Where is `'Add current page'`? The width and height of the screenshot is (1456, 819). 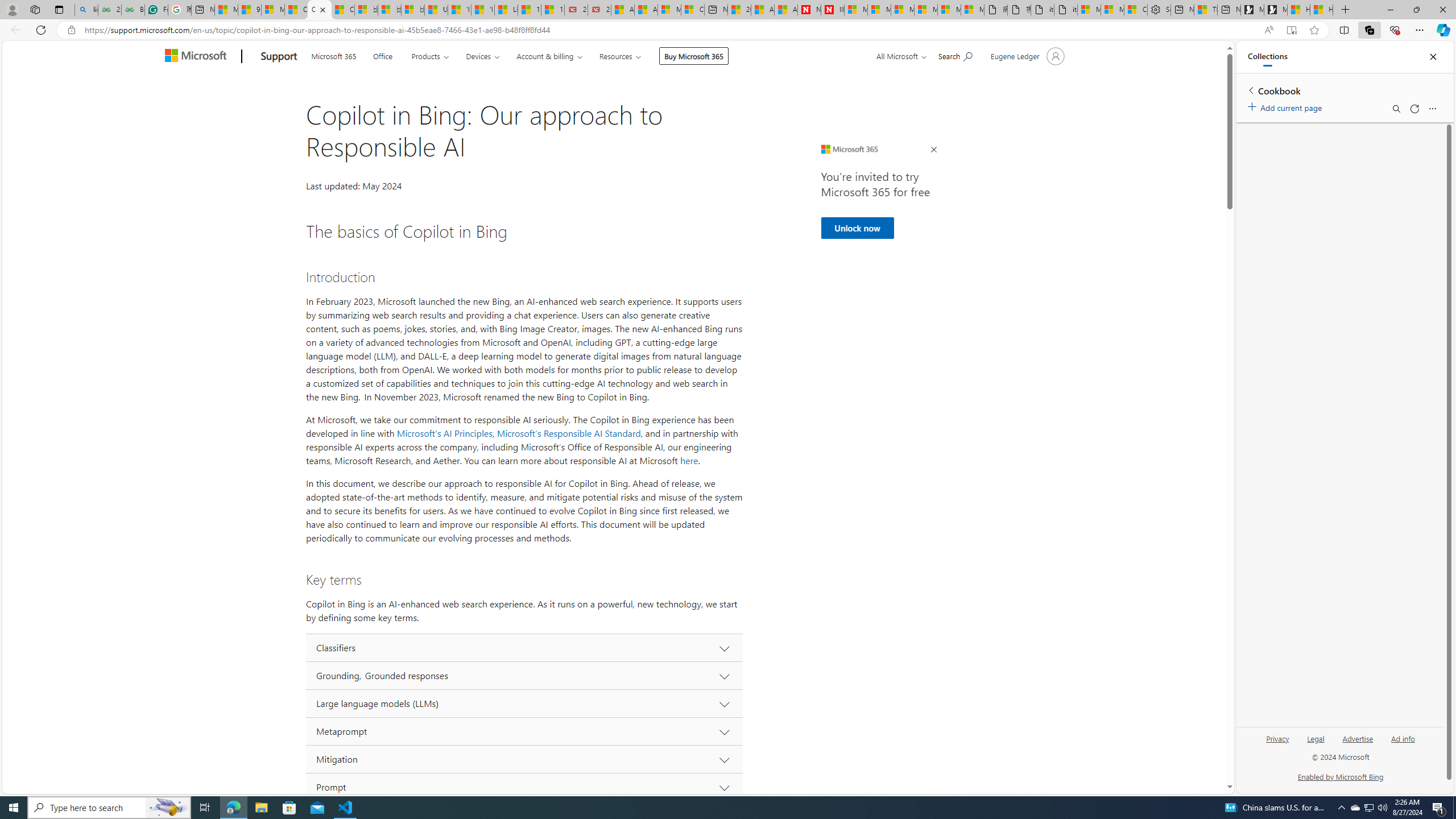
'Add current page' is located at coordinates (1287, 105).